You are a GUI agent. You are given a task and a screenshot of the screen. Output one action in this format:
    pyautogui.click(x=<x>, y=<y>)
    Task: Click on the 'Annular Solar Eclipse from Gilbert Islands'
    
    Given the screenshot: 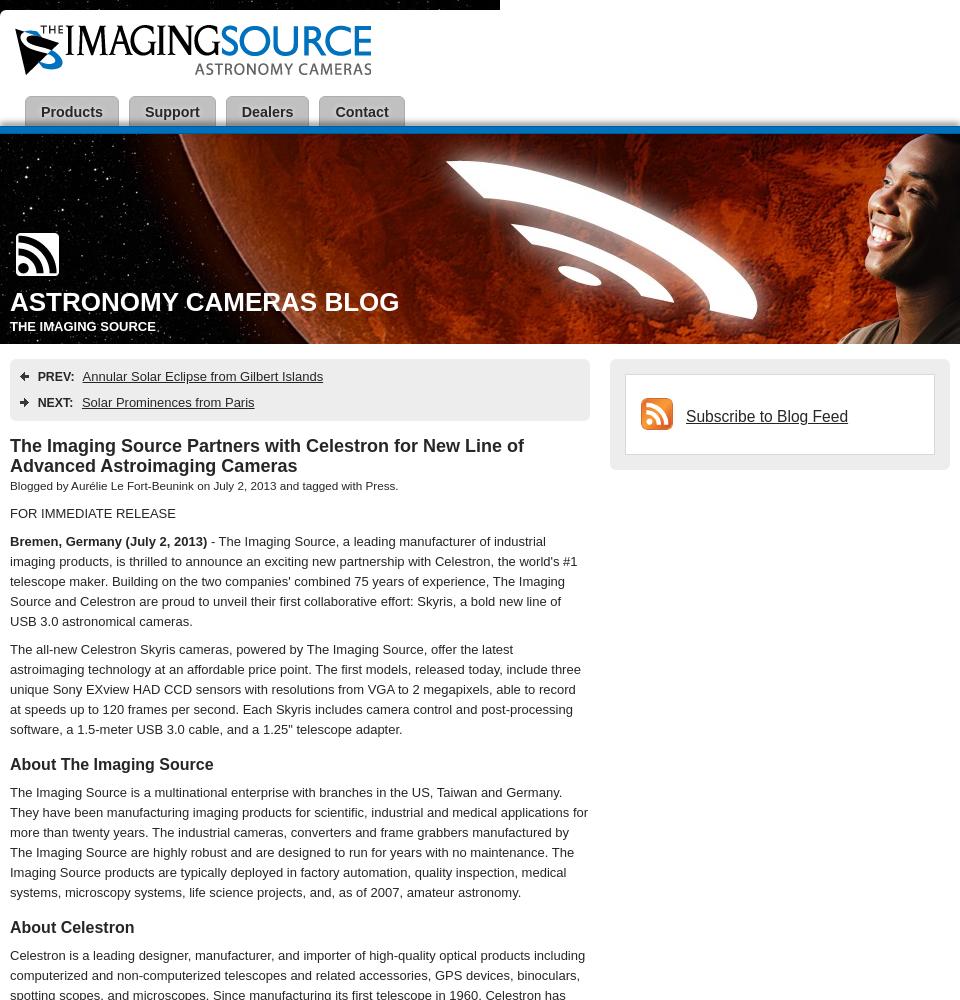 What is the action you would take?
    pyautogui.click(x=202, y=376)
    